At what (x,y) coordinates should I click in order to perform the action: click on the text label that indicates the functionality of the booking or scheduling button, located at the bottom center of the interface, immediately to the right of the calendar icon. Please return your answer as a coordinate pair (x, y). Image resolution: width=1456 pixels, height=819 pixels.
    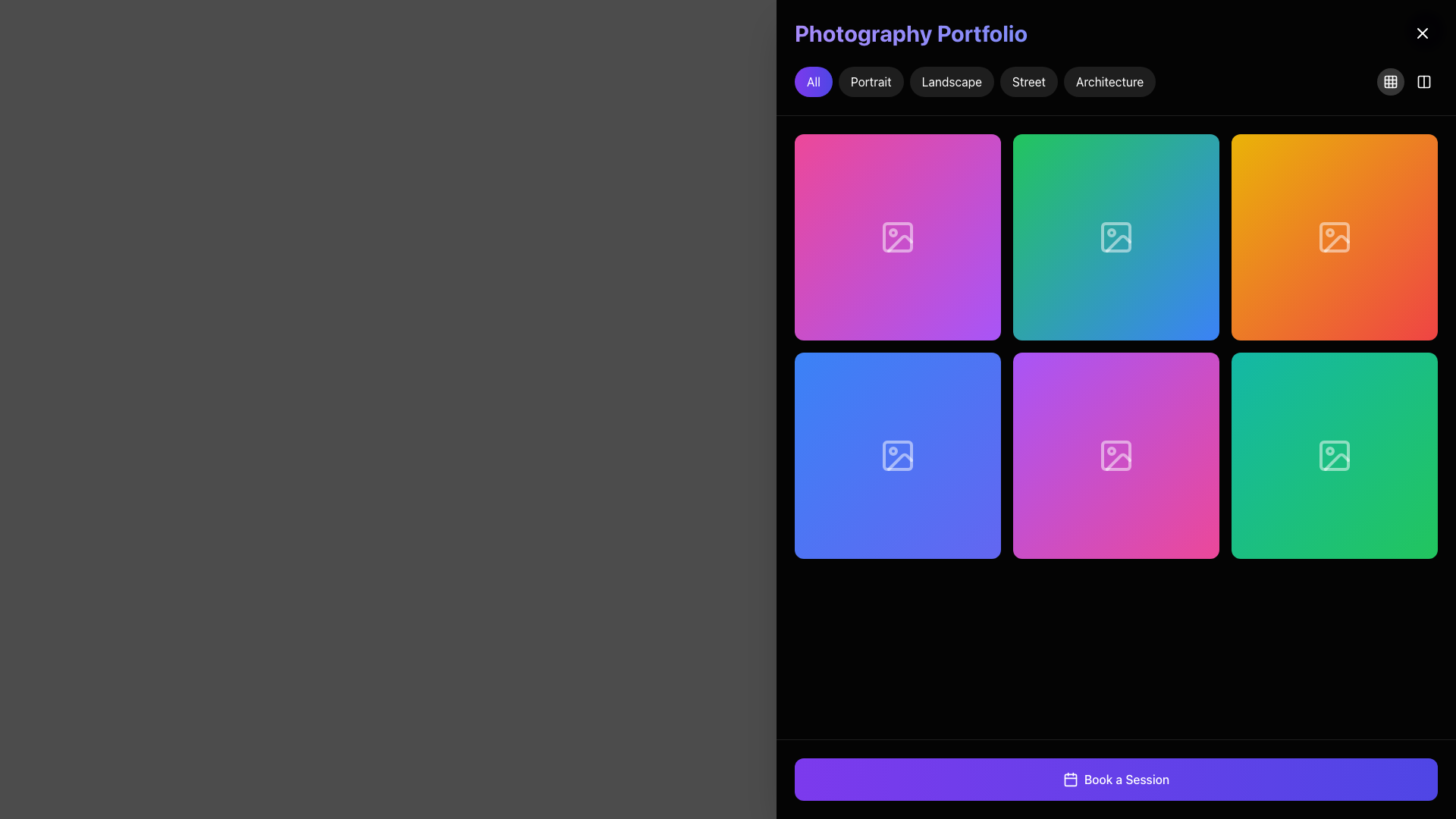
    Looking at the image, I should click on (1127, 780).